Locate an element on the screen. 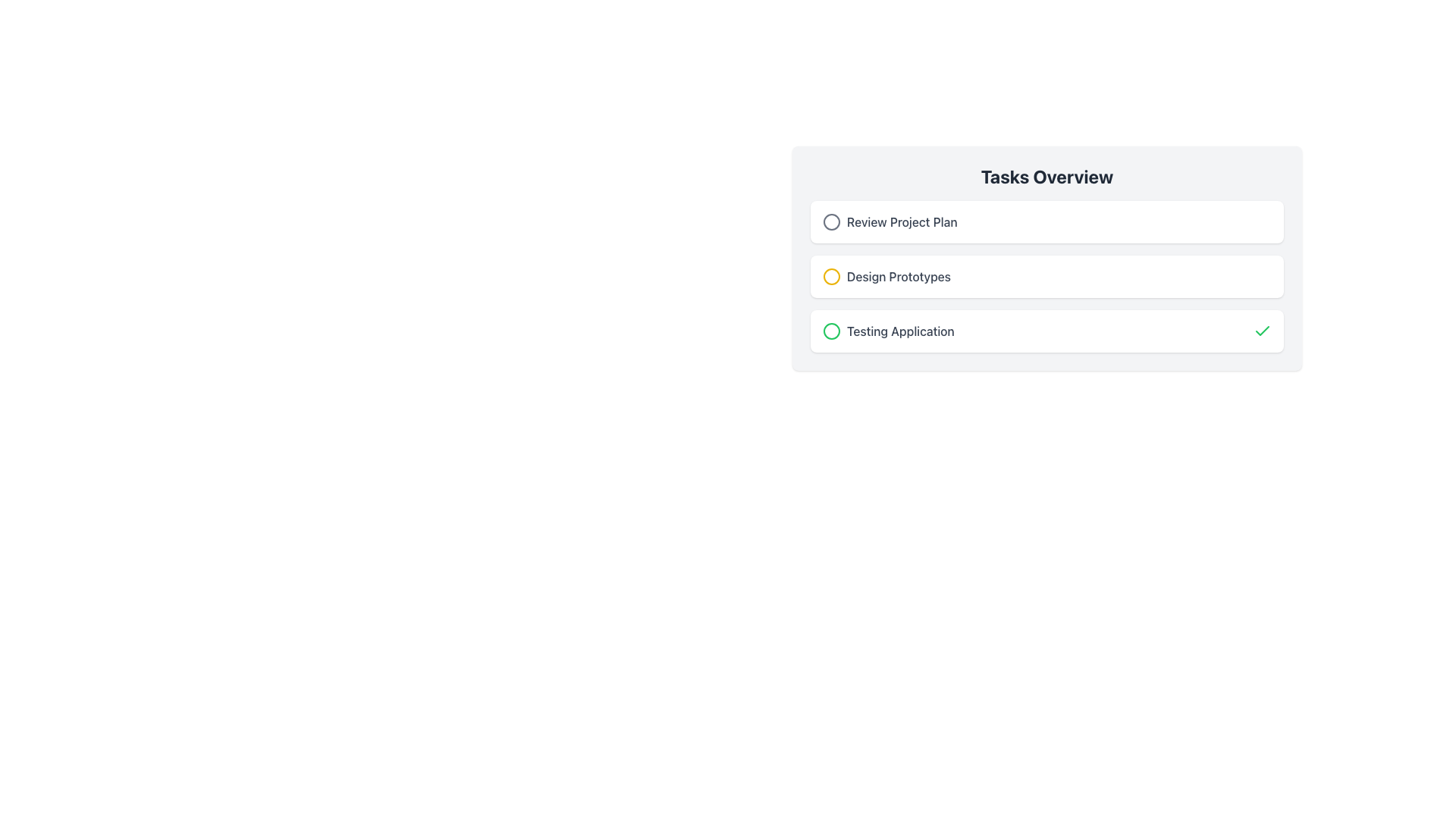 The height and width of the screenshot is (819, 1456). Bullet icon indicating the status of the task labeled 'Design Prototypes', which is the second bullet point in the task list is located at coordinates (831, 277).